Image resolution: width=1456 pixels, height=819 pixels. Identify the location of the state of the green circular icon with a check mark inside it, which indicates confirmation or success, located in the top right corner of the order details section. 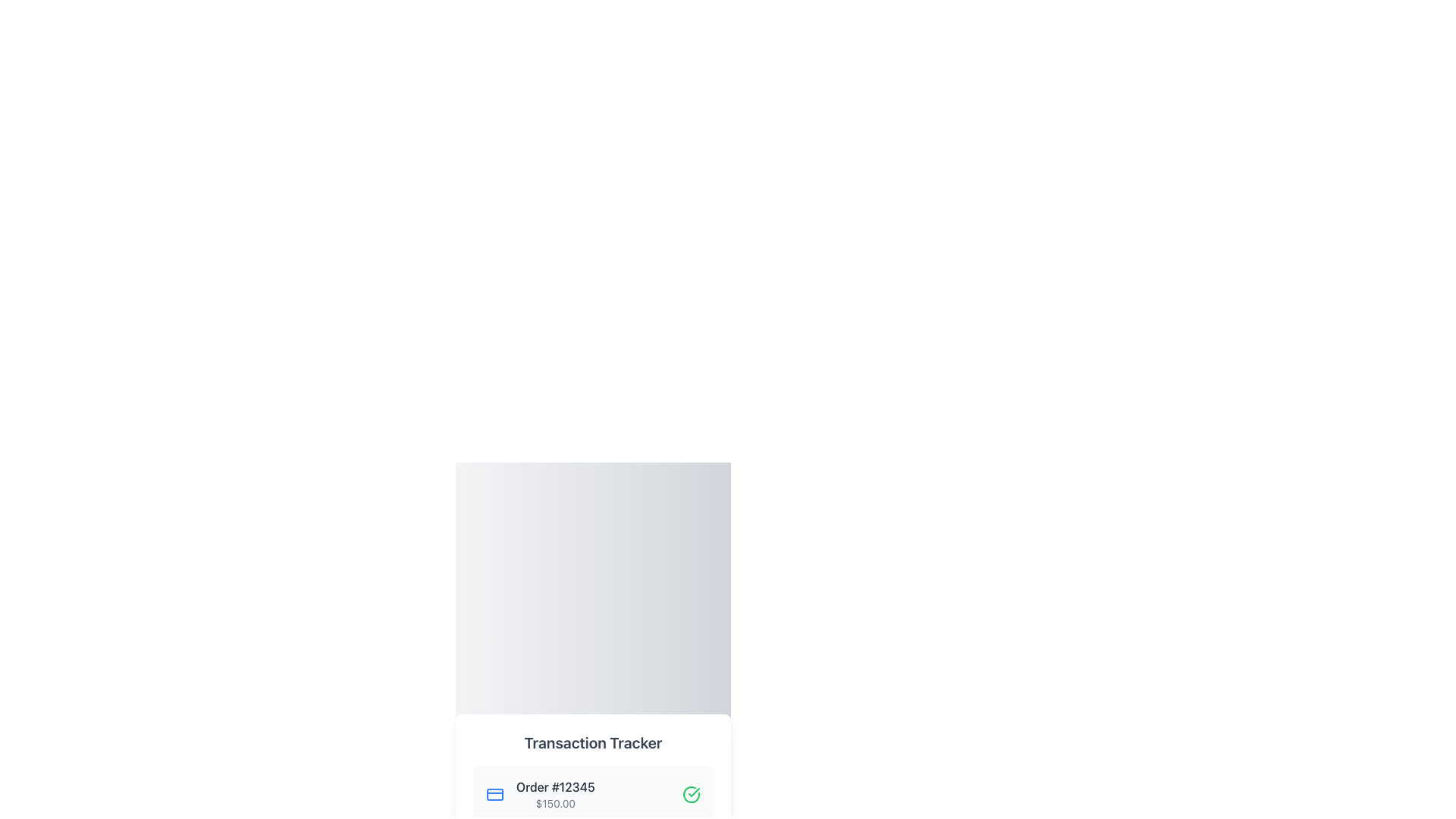
(691, 794).